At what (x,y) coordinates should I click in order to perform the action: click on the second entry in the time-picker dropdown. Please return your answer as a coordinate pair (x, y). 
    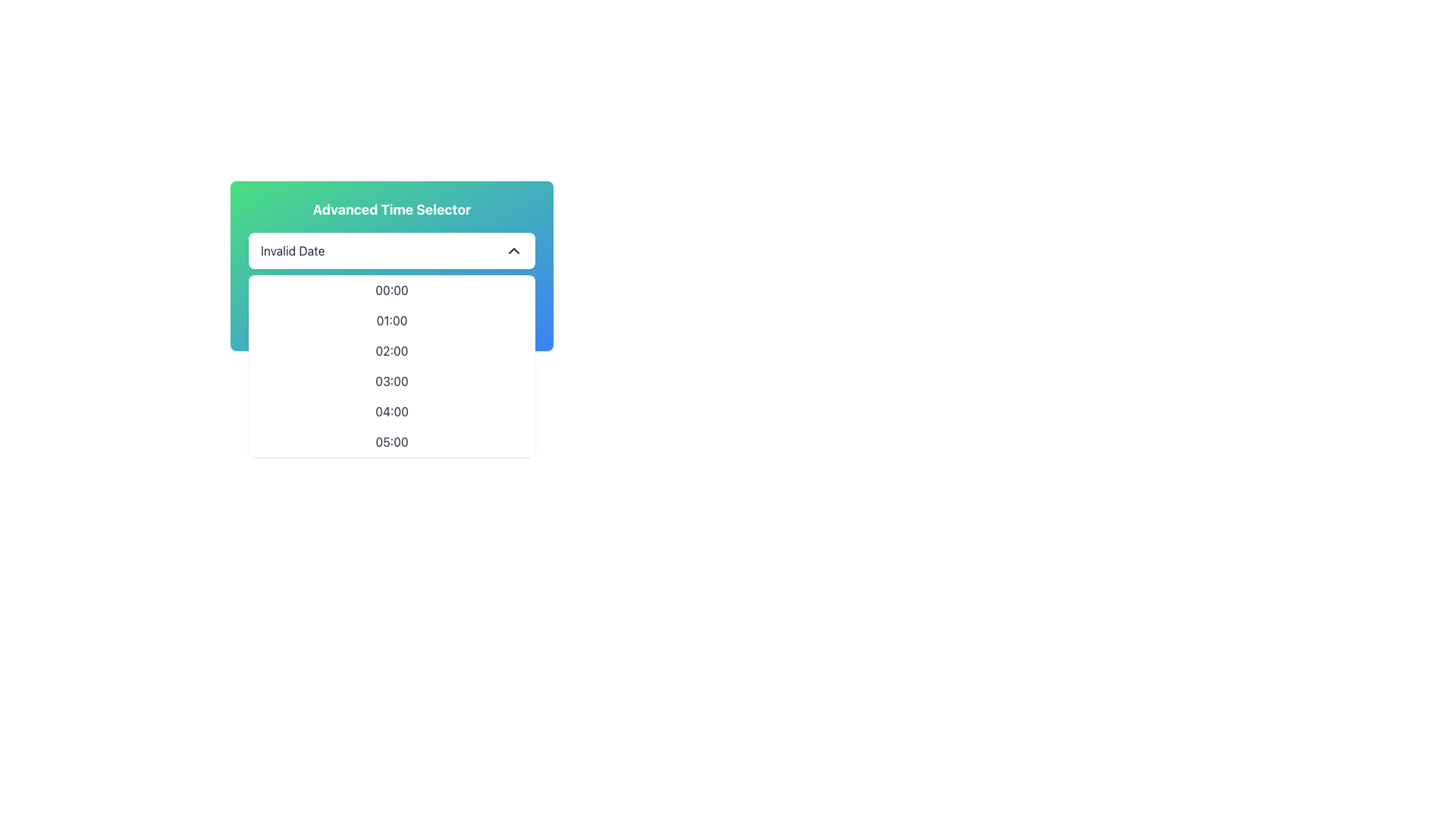
    Looking at the image, I should click on (392, 320).